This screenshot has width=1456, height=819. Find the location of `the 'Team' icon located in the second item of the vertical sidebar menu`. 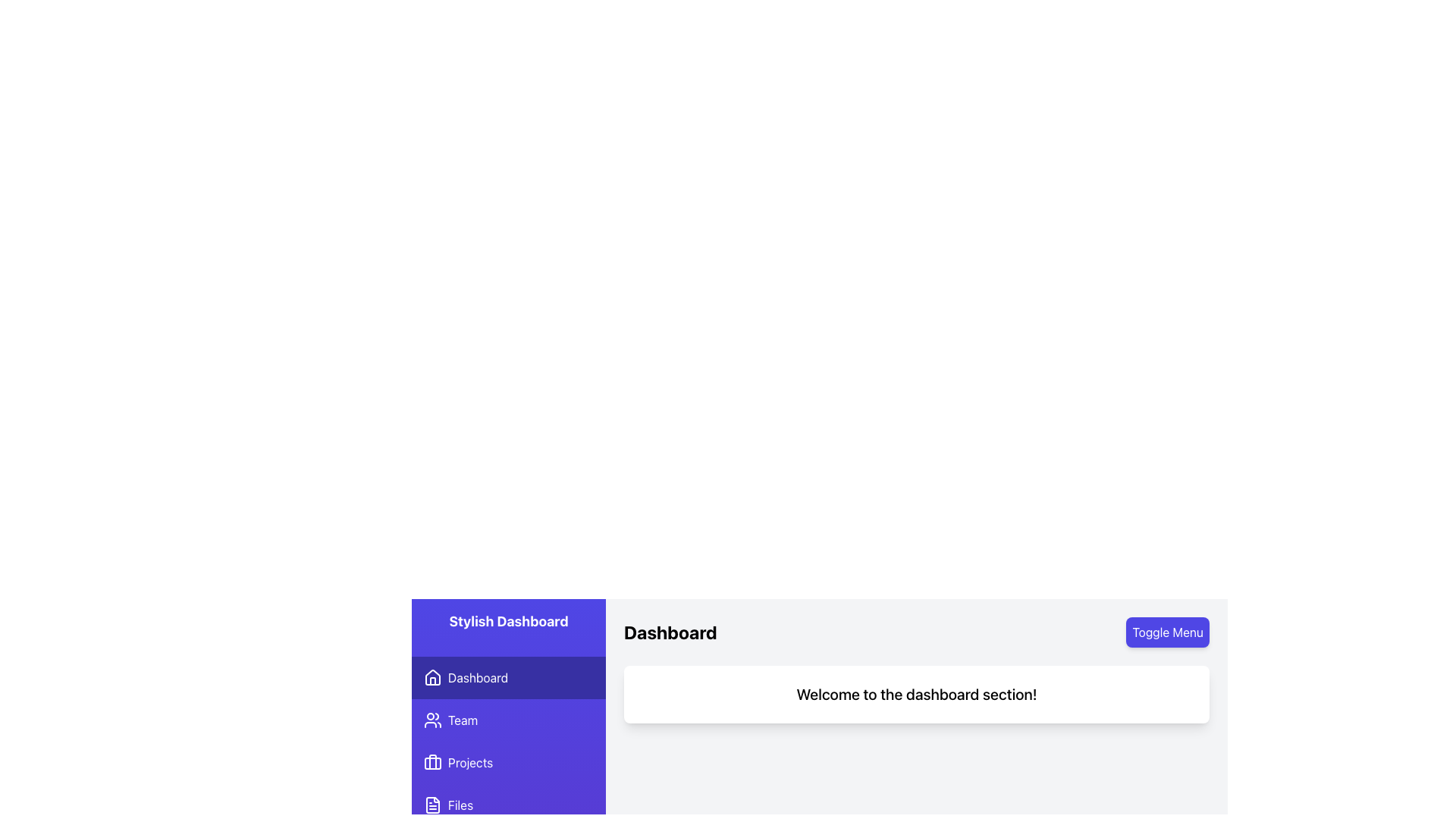

the 'Team' icon located in the second item of the vertical sidebar menu is located at coordinates (432, 719).